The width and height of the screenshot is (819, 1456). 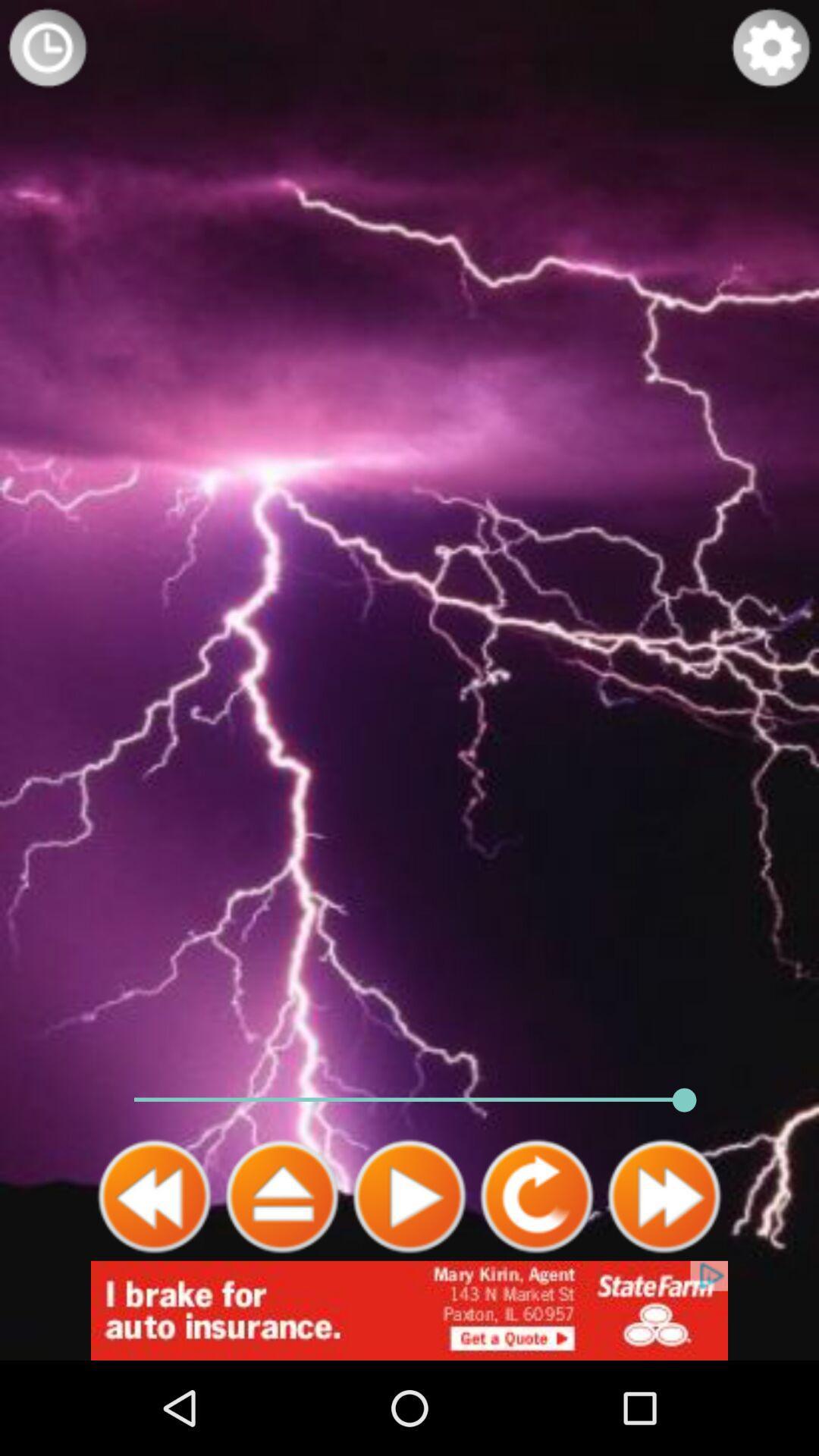 I want to click on the av_rewind icon, so click(x=155, y=1280).